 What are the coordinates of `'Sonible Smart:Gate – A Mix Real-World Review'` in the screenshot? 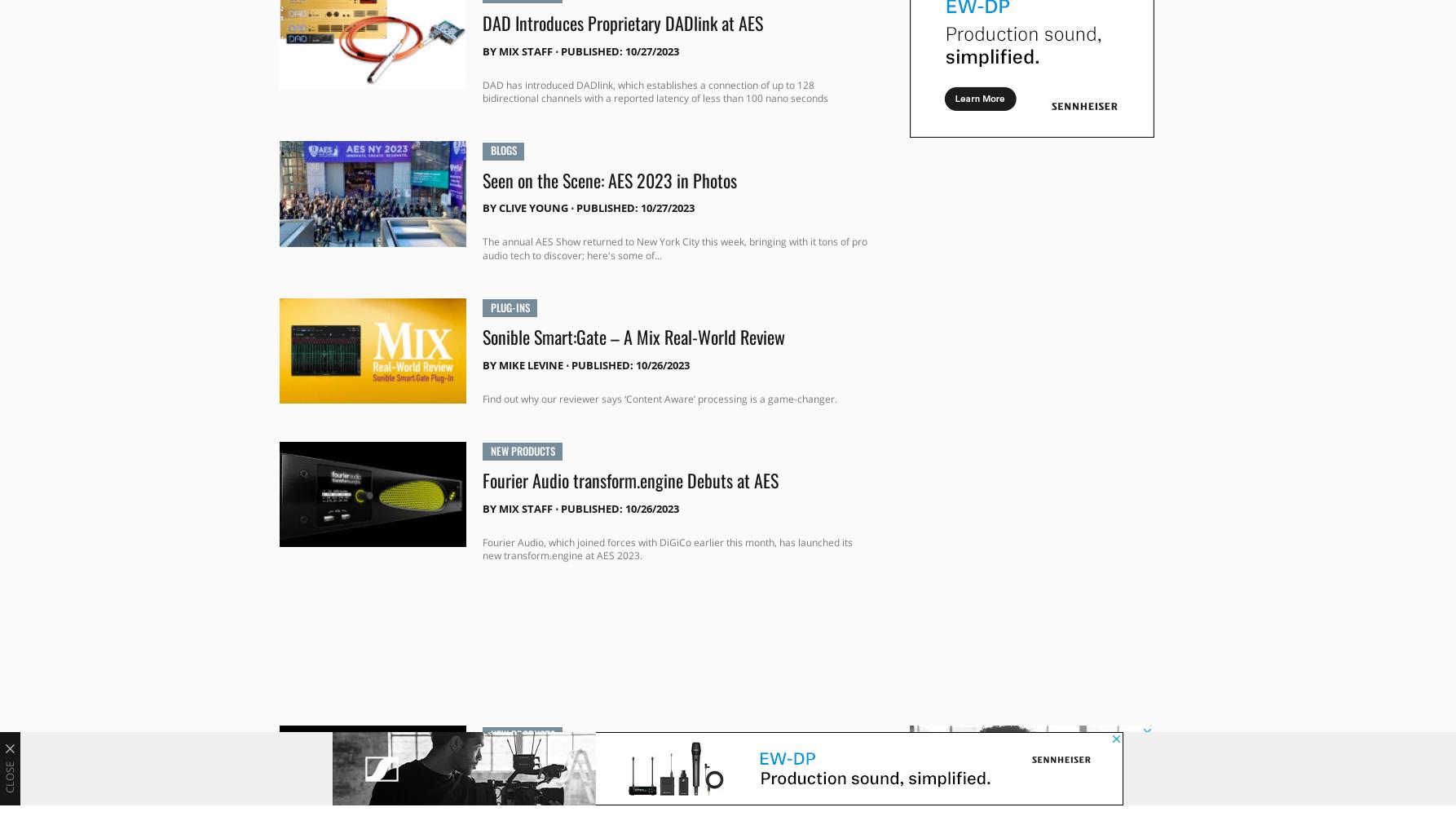 It's located at (632, 335).